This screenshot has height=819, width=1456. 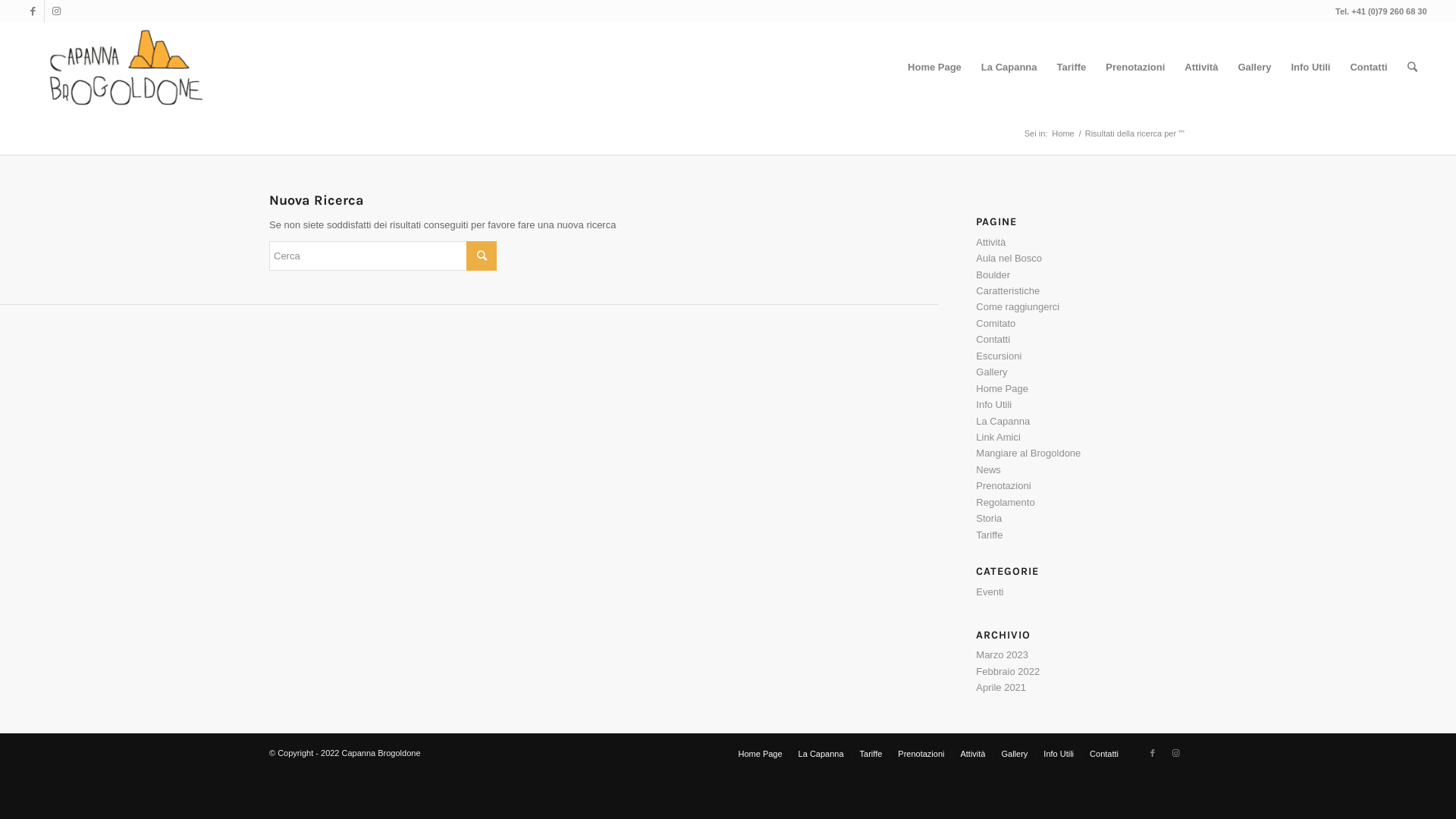 I want to click on 'Eventi', so click(x=975, y=591).